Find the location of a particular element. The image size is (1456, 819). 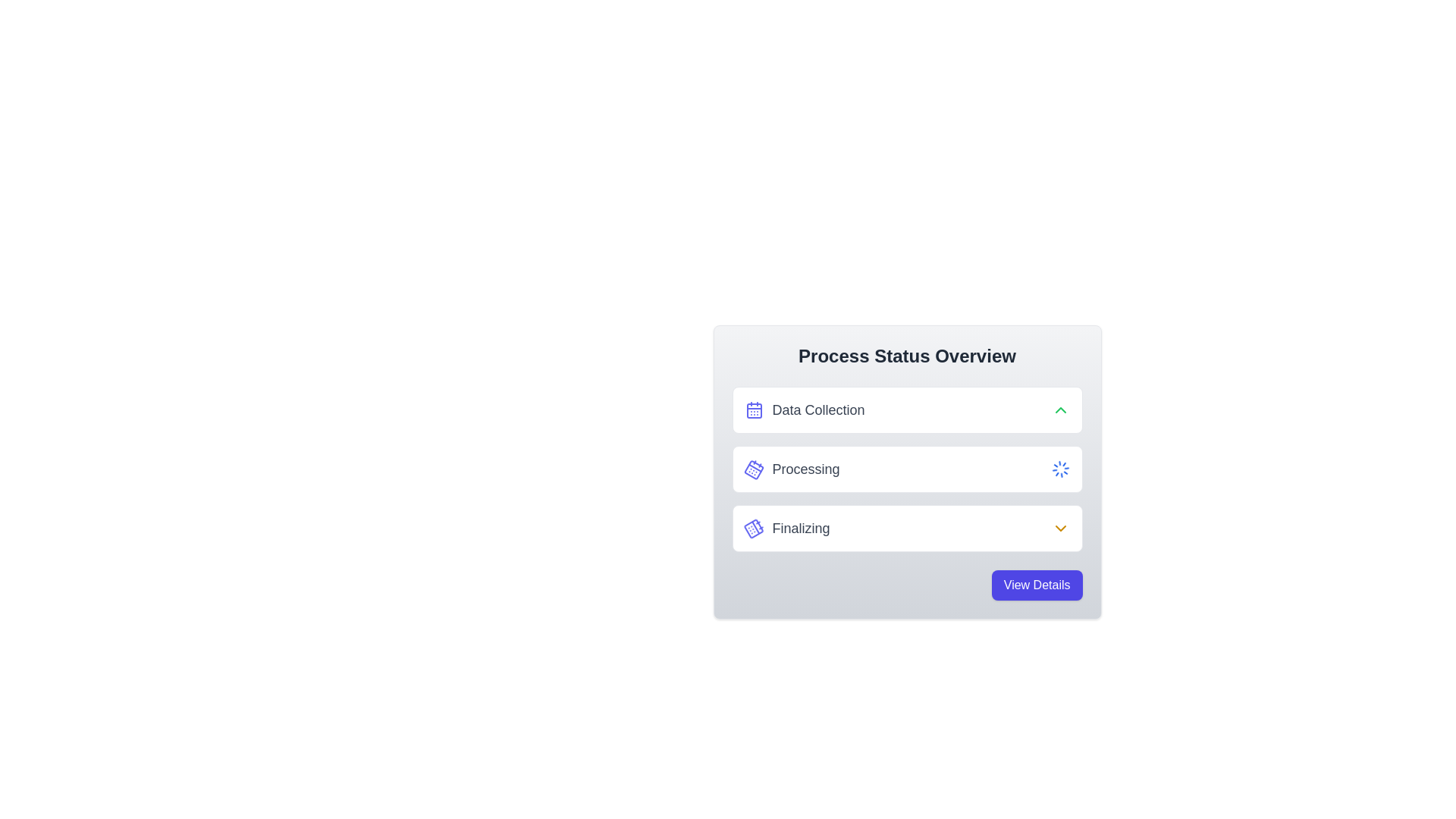

the 'Processing' status icon located on the left side of its row next to the text 'Processing' is located at coordinates (754, 468).